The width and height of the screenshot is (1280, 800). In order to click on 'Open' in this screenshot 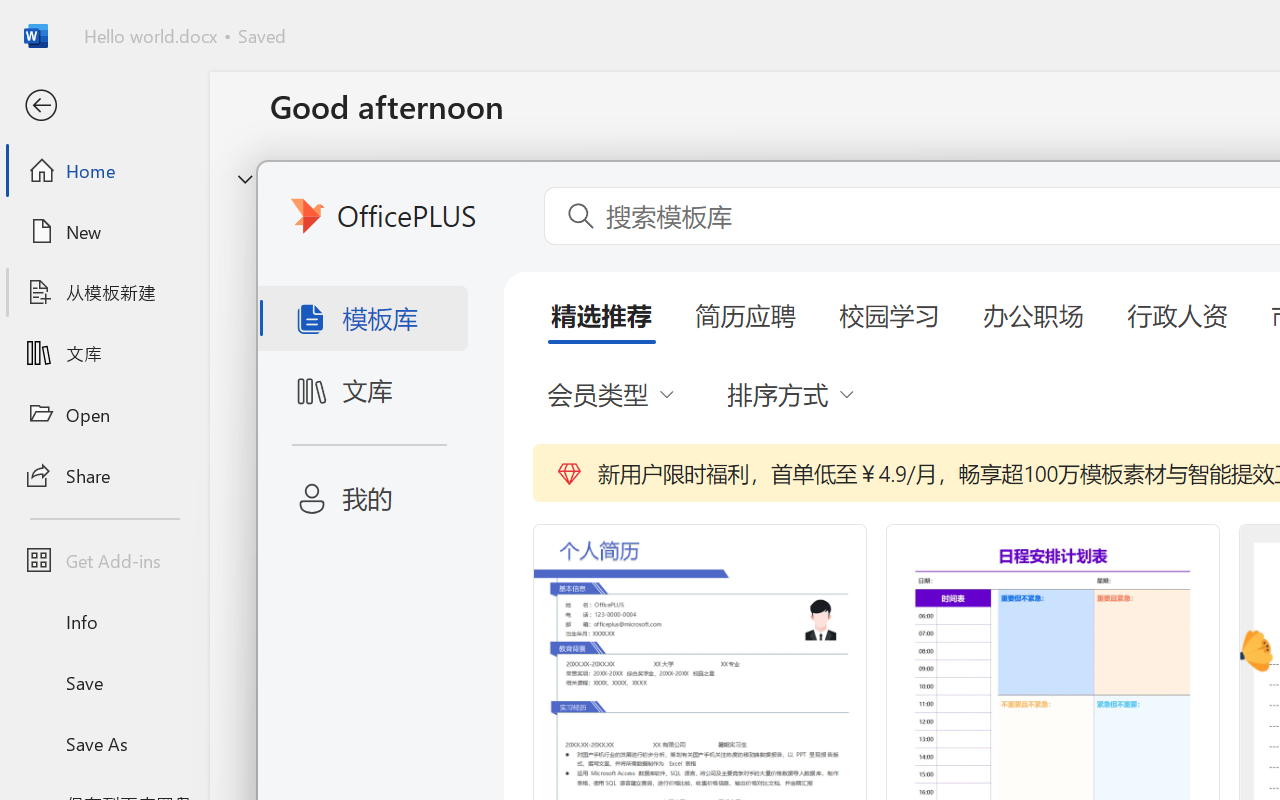, I will do `click(103, 414)`.